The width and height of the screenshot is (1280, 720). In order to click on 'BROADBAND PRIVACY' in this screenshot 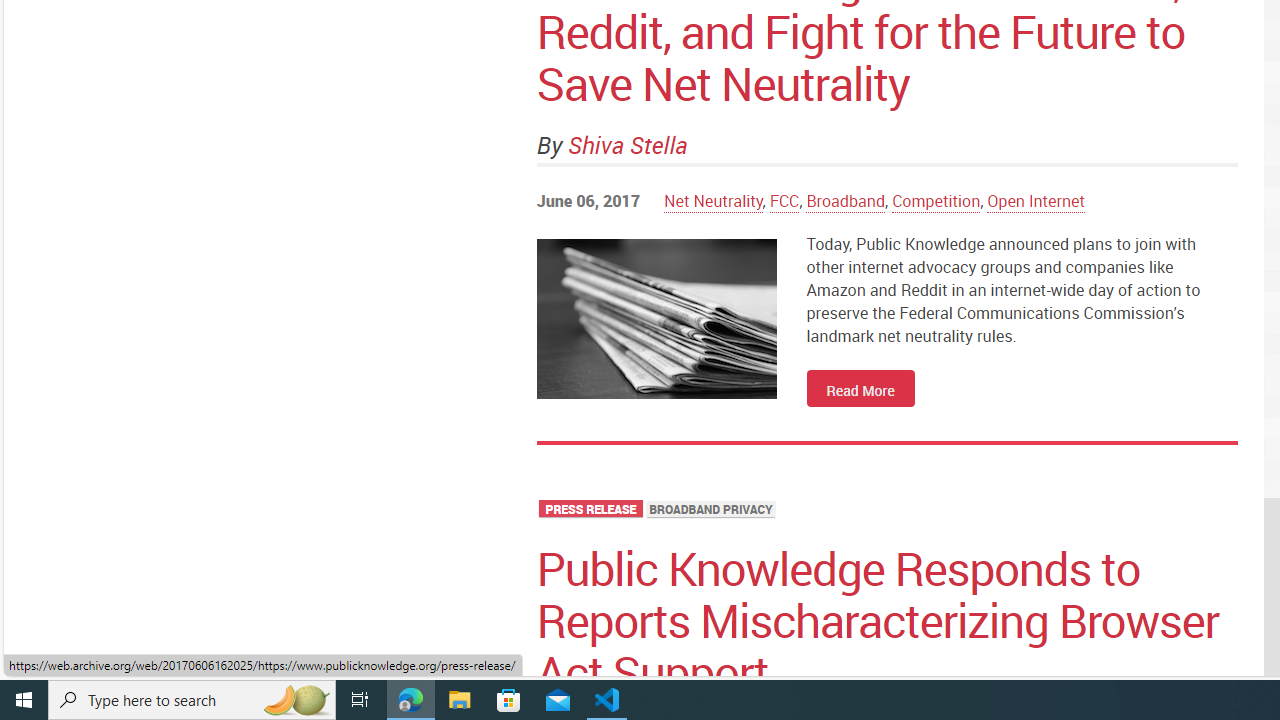, I will do `click(711, 508)`.